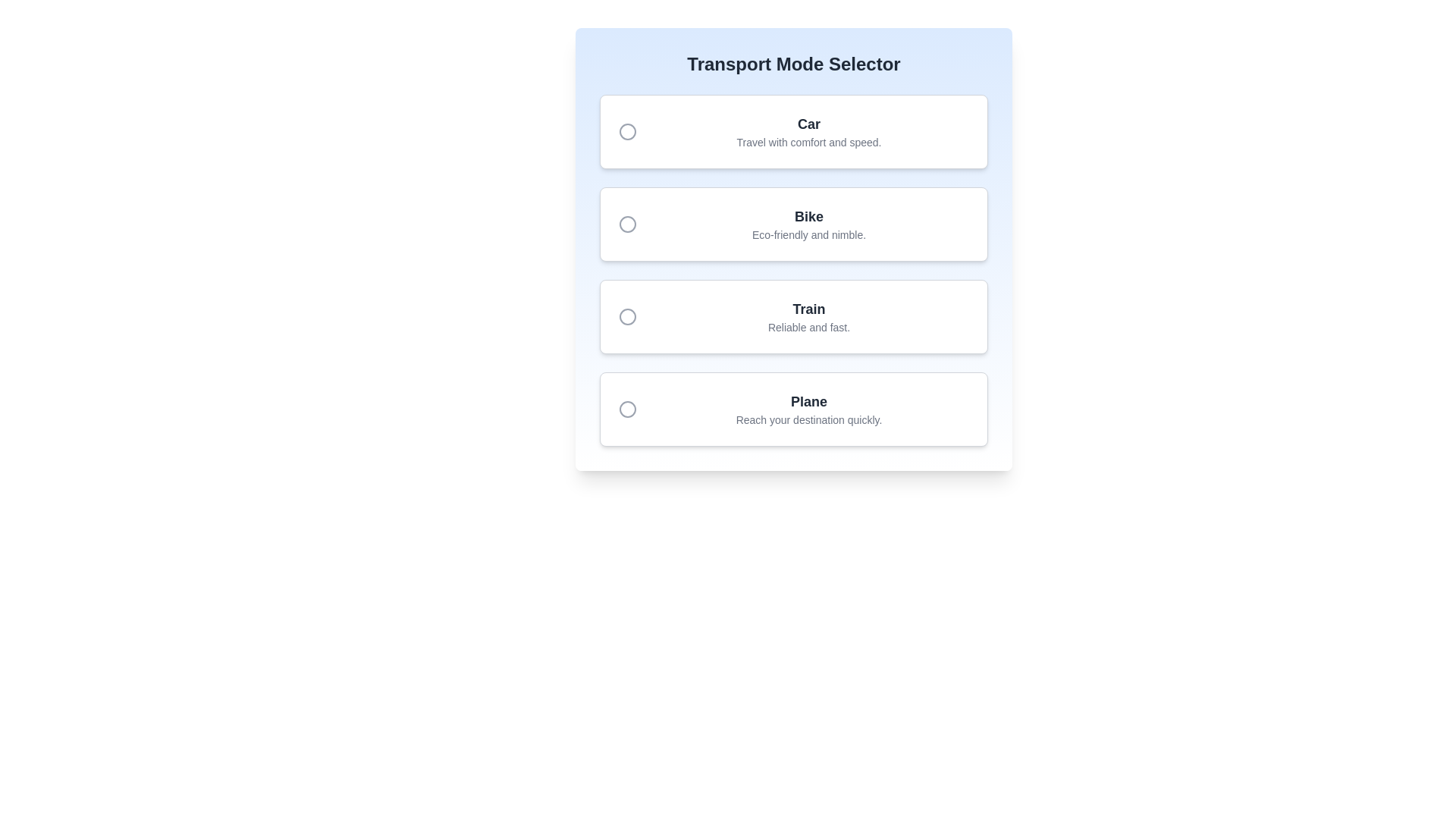  What do you see at coordinates (808, 420) in the screenshot?
I see `the descriptive text block explaining the feature of the transport mode 'Plane', located at the bottom of the card structure under the label 'Plane'` at bounding box center [808, 420].